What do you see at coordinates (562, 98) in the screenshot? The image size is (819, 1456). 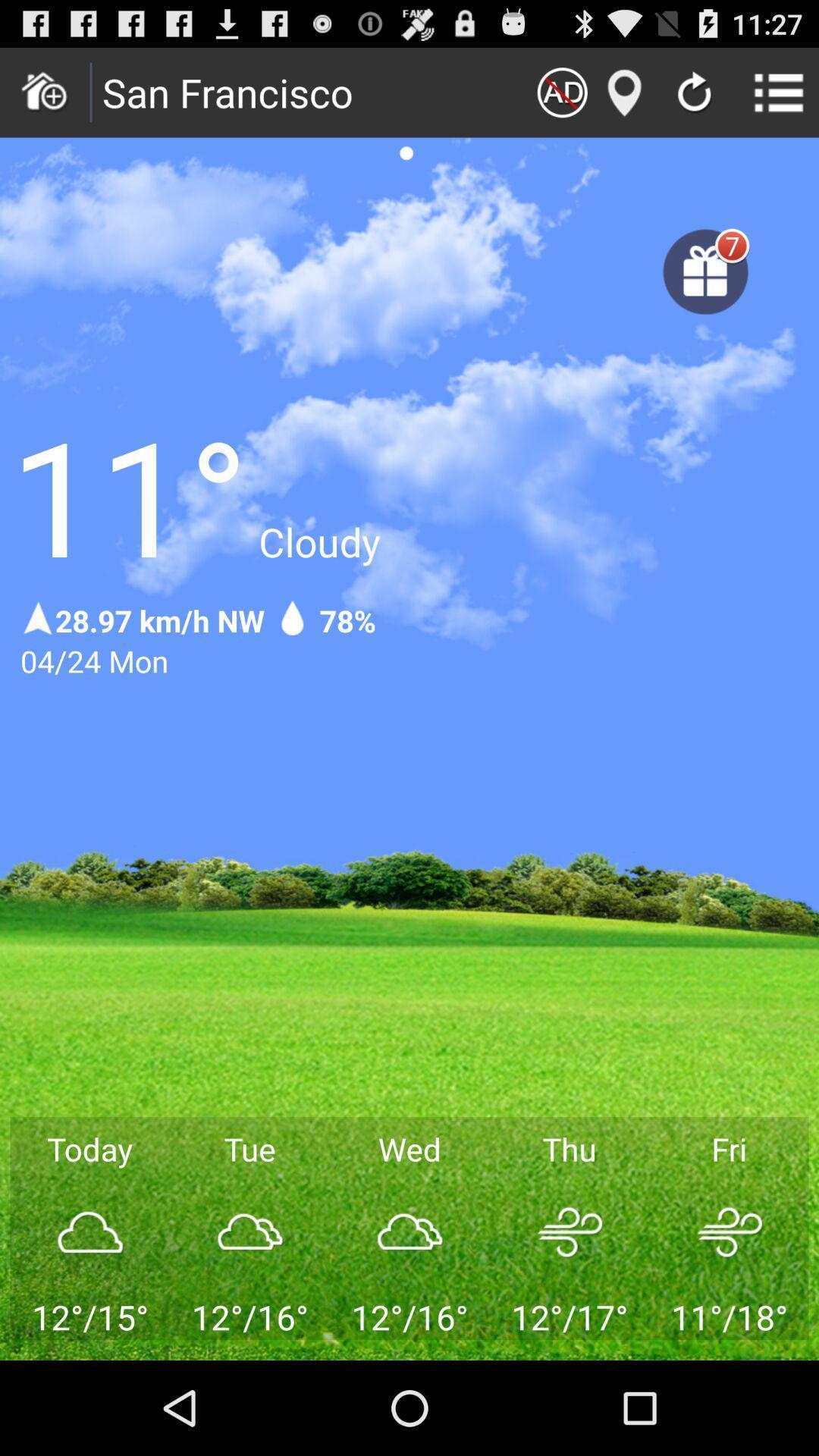 I see `the font icon` at bounding box center [562, 98].